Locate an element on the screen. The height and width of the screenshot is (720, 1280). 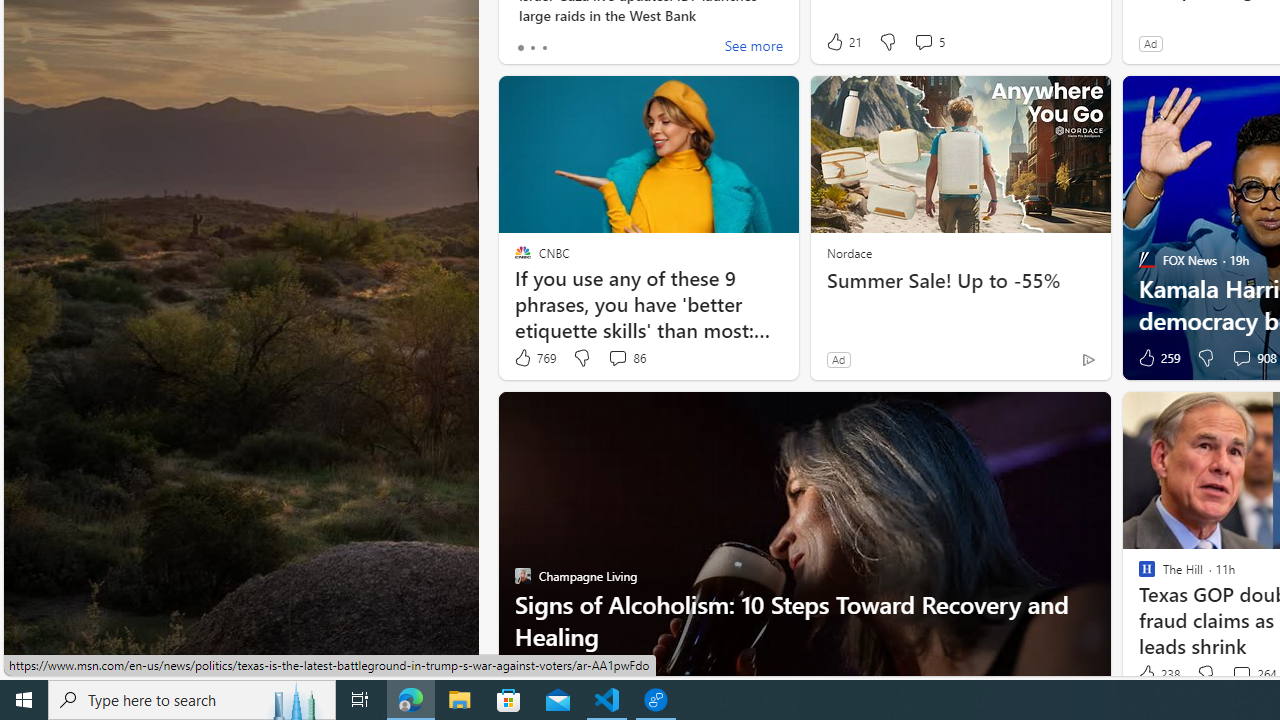
'tab-0' is located at coordinates (520, 46).